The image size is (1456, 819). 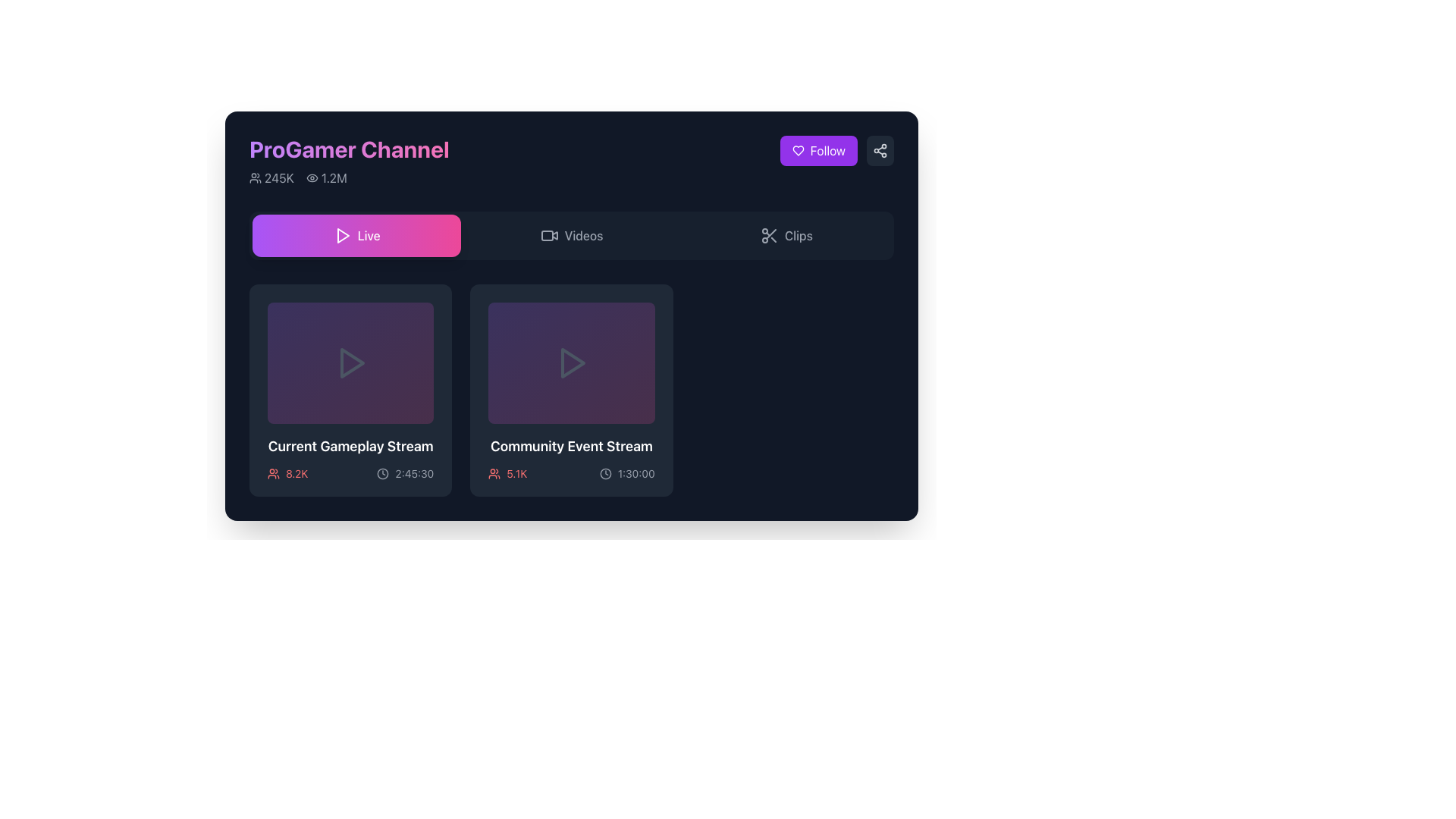 What do you see at coordinates (797, 151) in the screenshot?
I see `the heart icon located to the left of the 'Follow' text within the purple button` at bounding box center [797, 151].